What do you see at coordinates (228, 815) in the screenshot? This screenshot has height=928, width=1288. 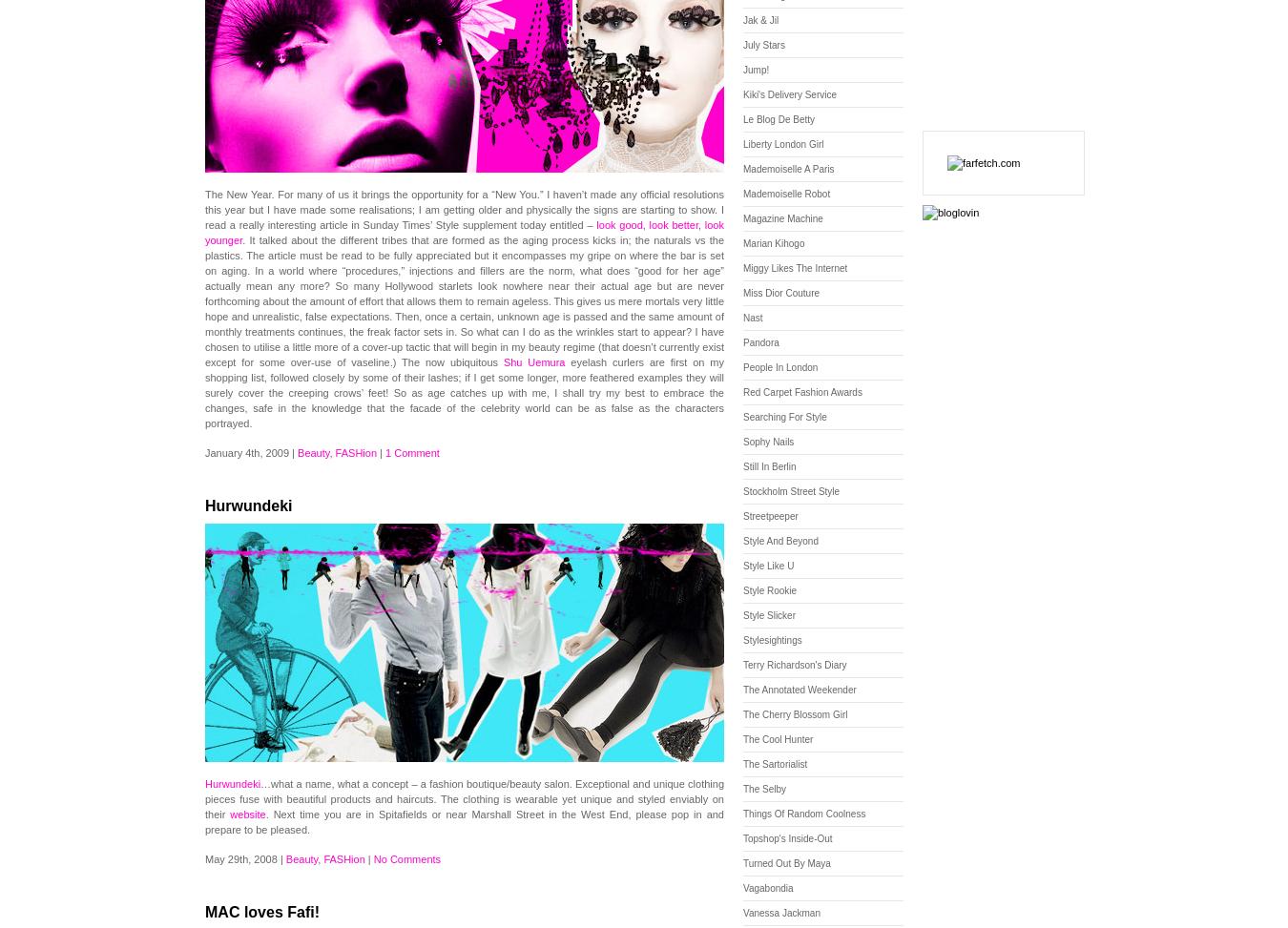 I see `'website'` at bounding box center [228, 815].